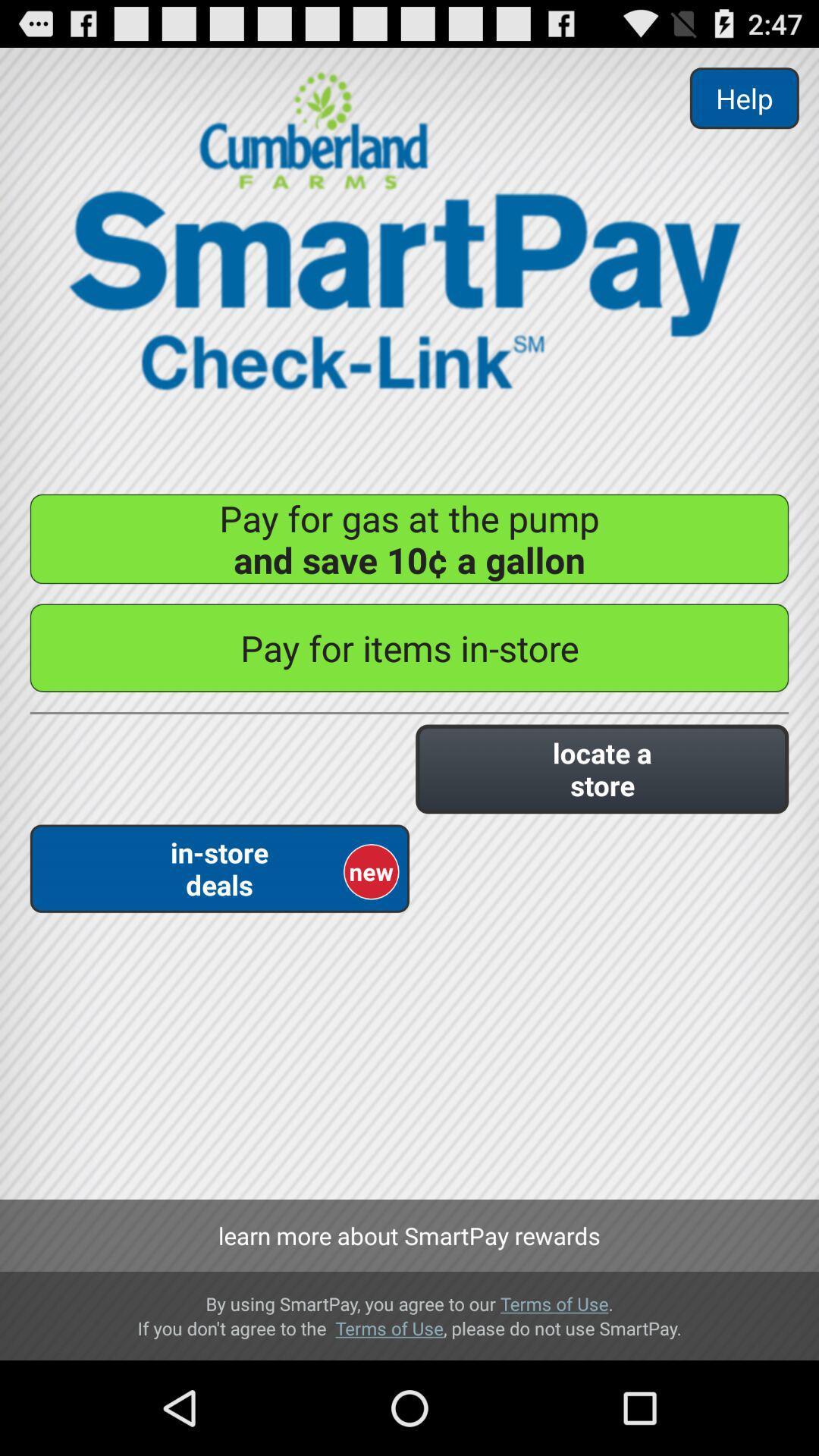  I want to click on button above the in-store, so click(601, 769).